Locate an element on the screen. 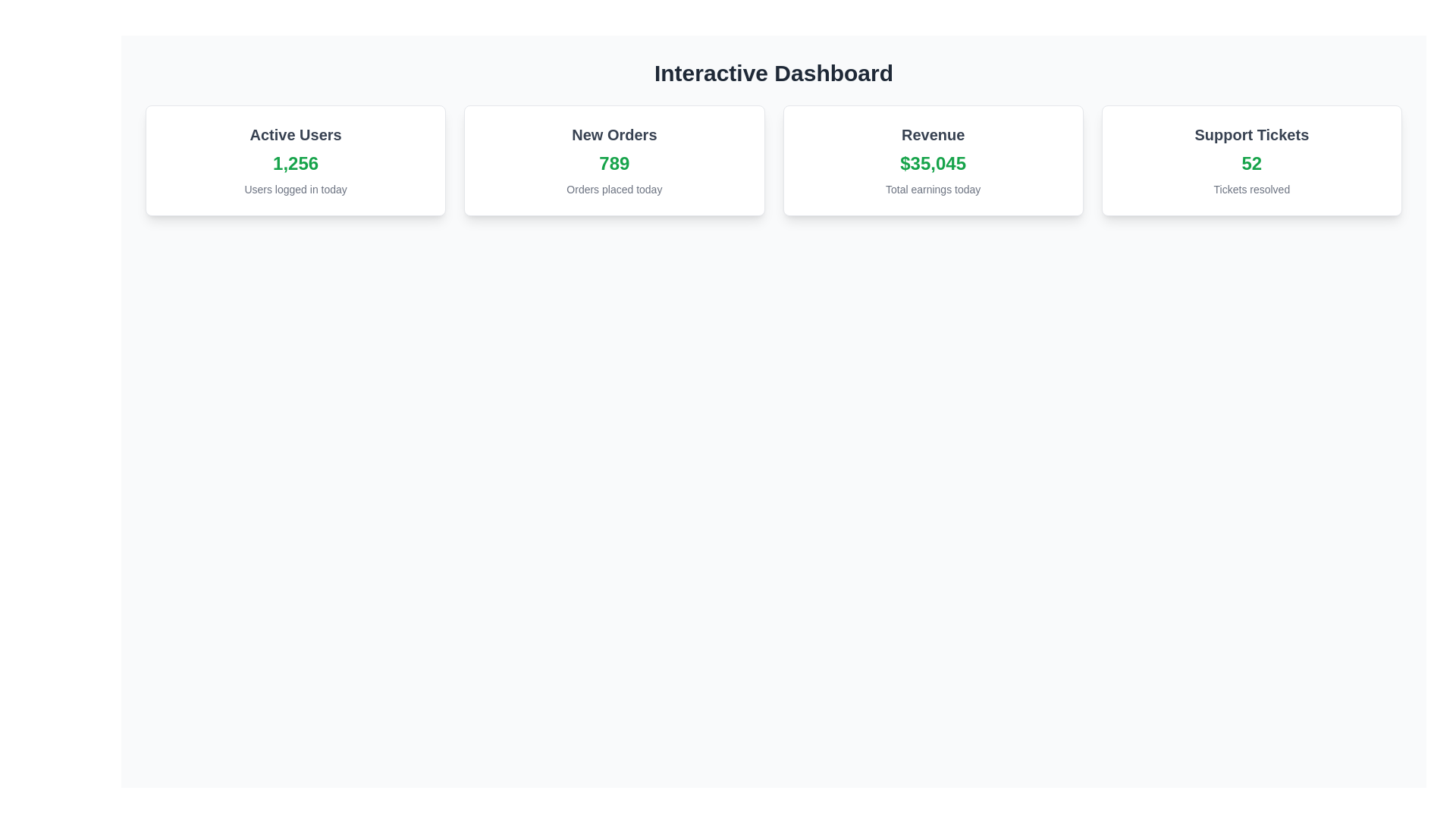  the text label indicating 'New Orders' which is the first line within the card located in the middle-left position of a horizontal layout of cards is located at coordinates (614, 133).